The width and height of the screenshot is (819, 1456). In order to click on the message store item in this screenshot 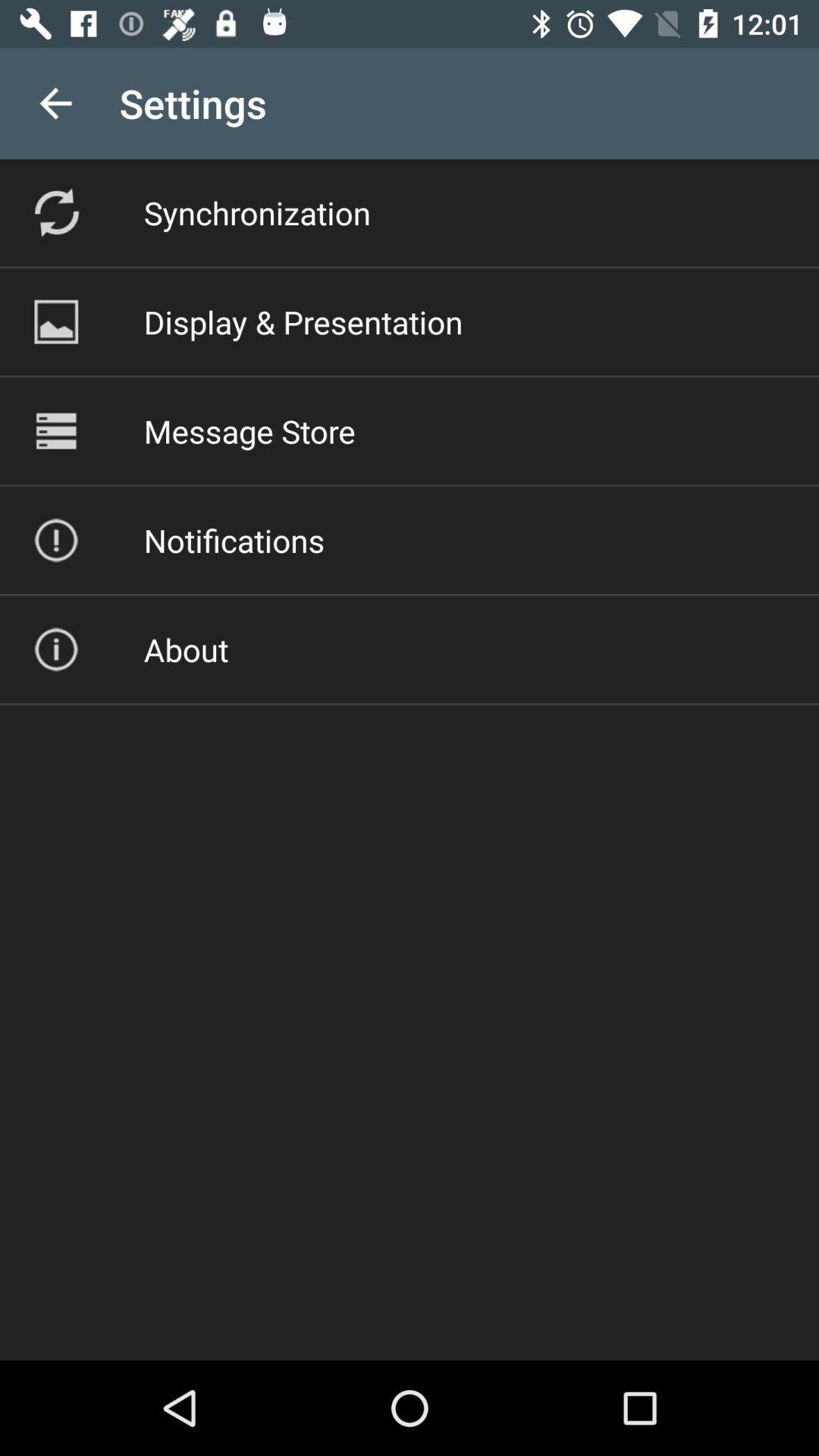, I will do `click(249, 430)`.